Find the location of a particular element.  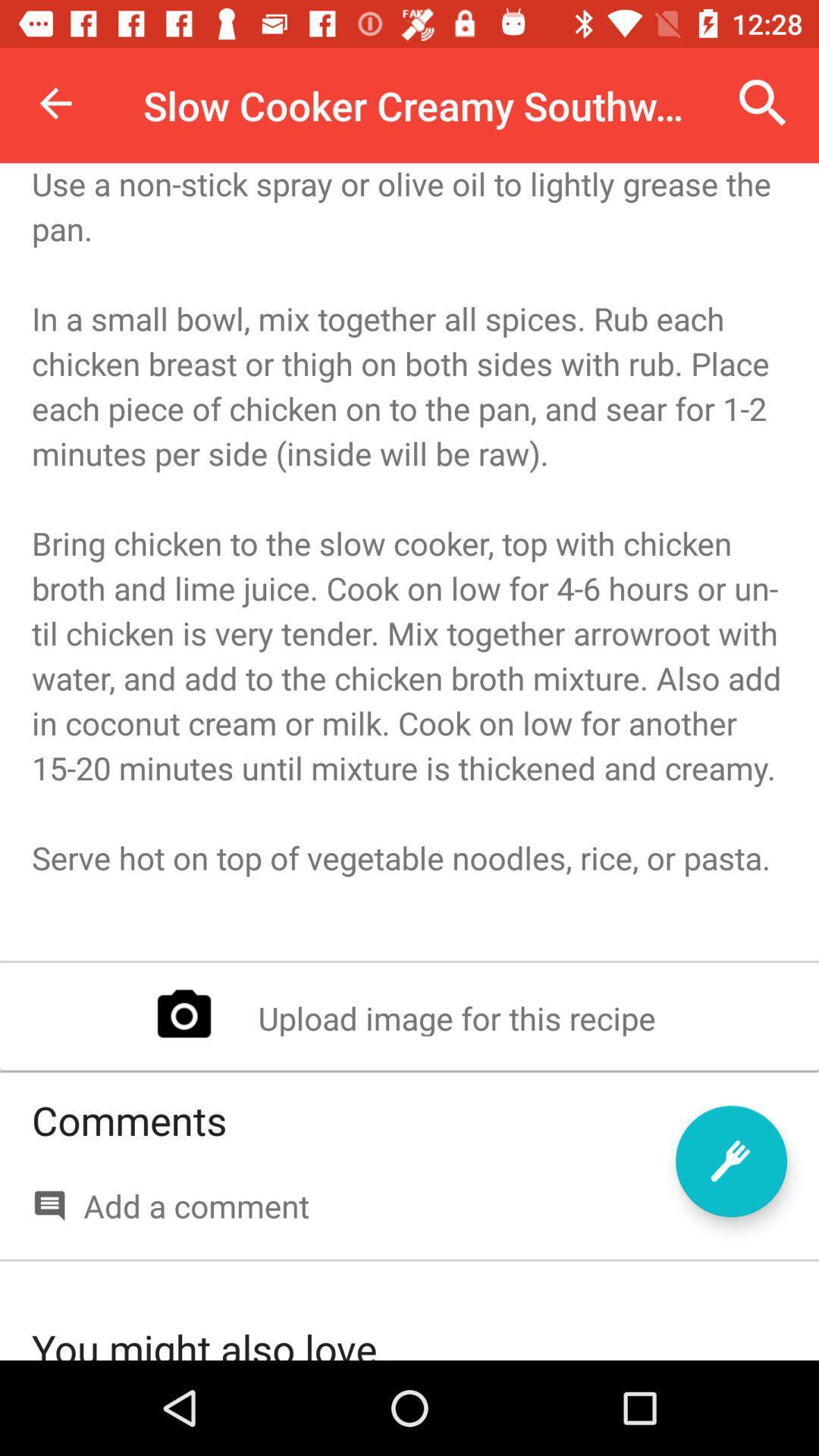

the item next to the slow cooker creamy is located at coordinates (763, 102).